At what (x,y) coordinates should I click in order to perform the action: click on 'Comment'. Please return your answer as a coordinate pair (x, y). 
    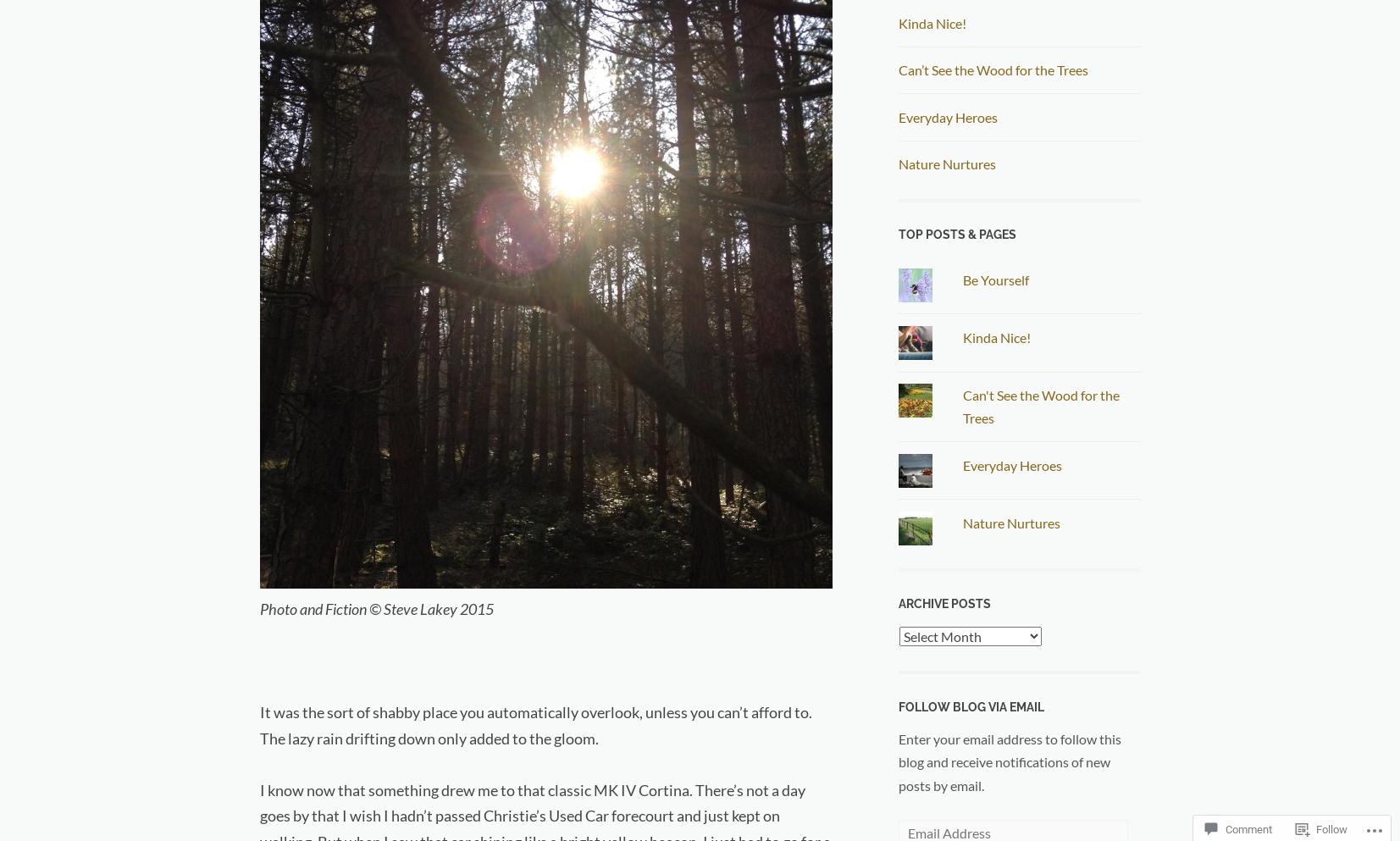
    Looking at the image, I should click on (1248, 829).